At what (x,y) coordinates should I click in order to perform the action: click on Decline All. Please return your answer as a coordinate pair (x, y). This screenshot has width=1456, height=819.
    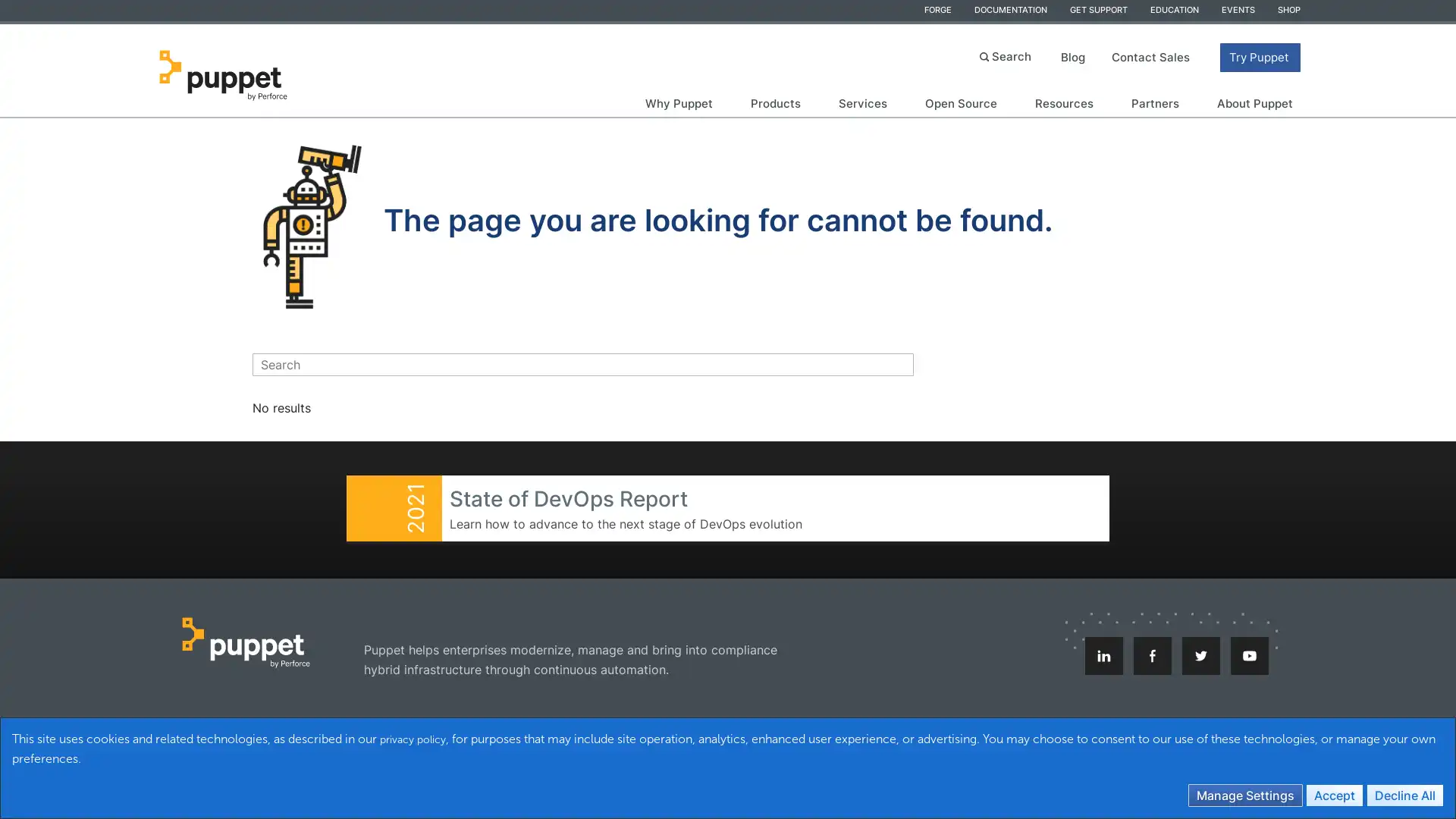
    Looking at the image, I should click on (1404, 794).